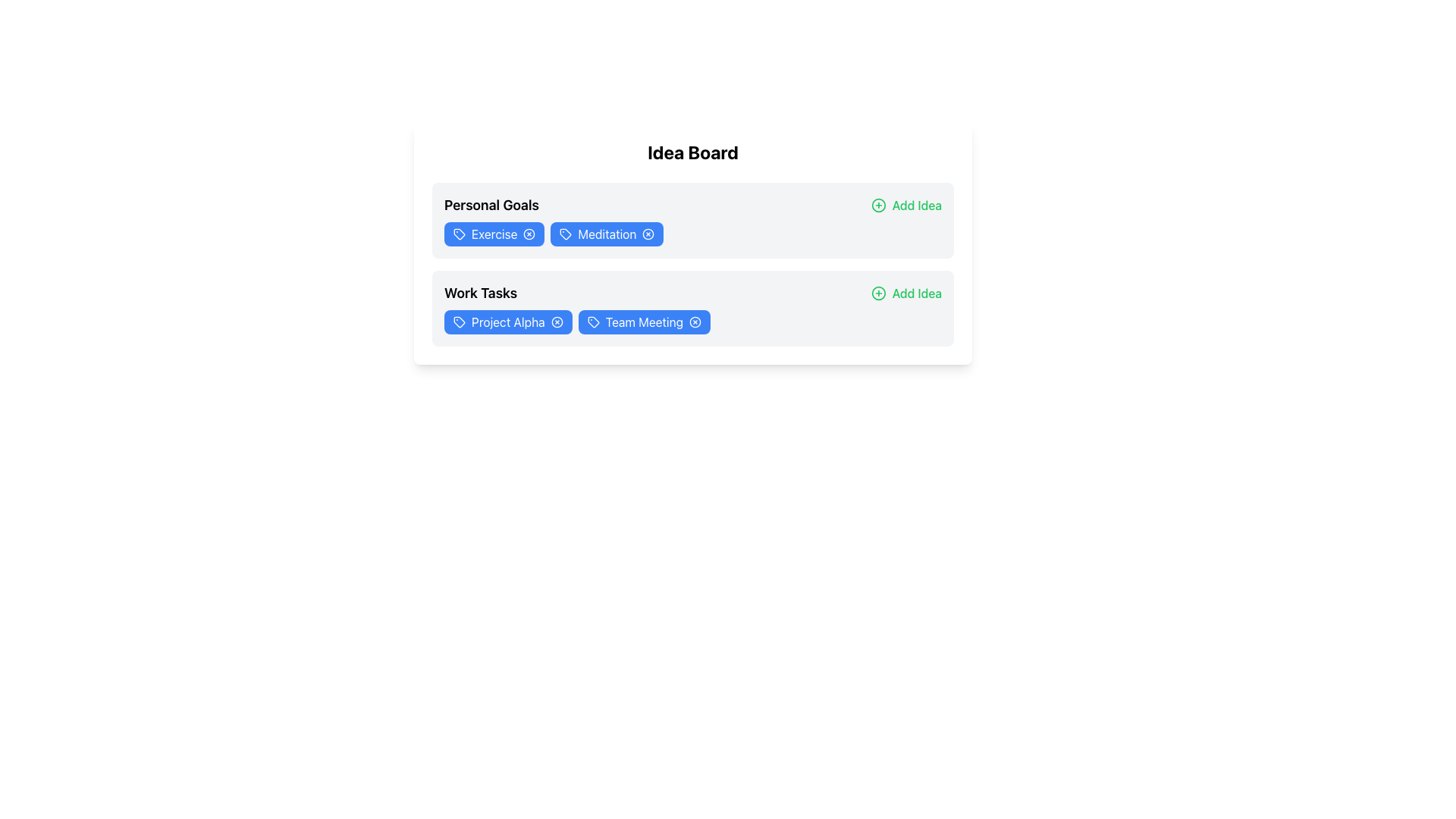  Describe the element at coordinates (529, 234) in the screenshot. I see `the blue circular graphic icon associated with the 'Exercise' tag in the 'Personal Goals' section of the 'Idea Board'` at that location.